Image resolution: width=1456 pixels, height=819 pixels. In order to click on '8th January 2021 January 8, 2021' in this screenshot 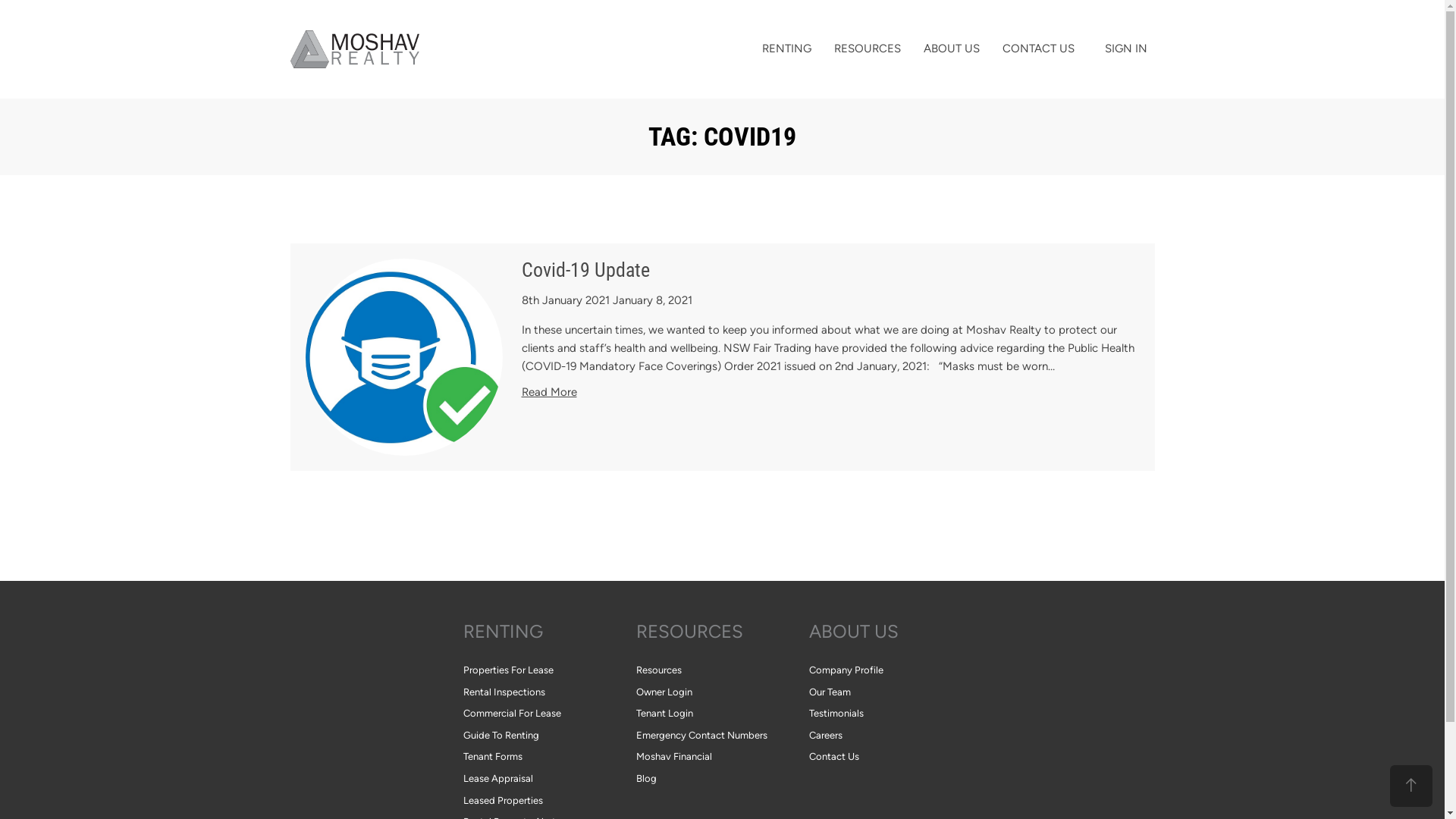, I will do `click(521, 300)`.